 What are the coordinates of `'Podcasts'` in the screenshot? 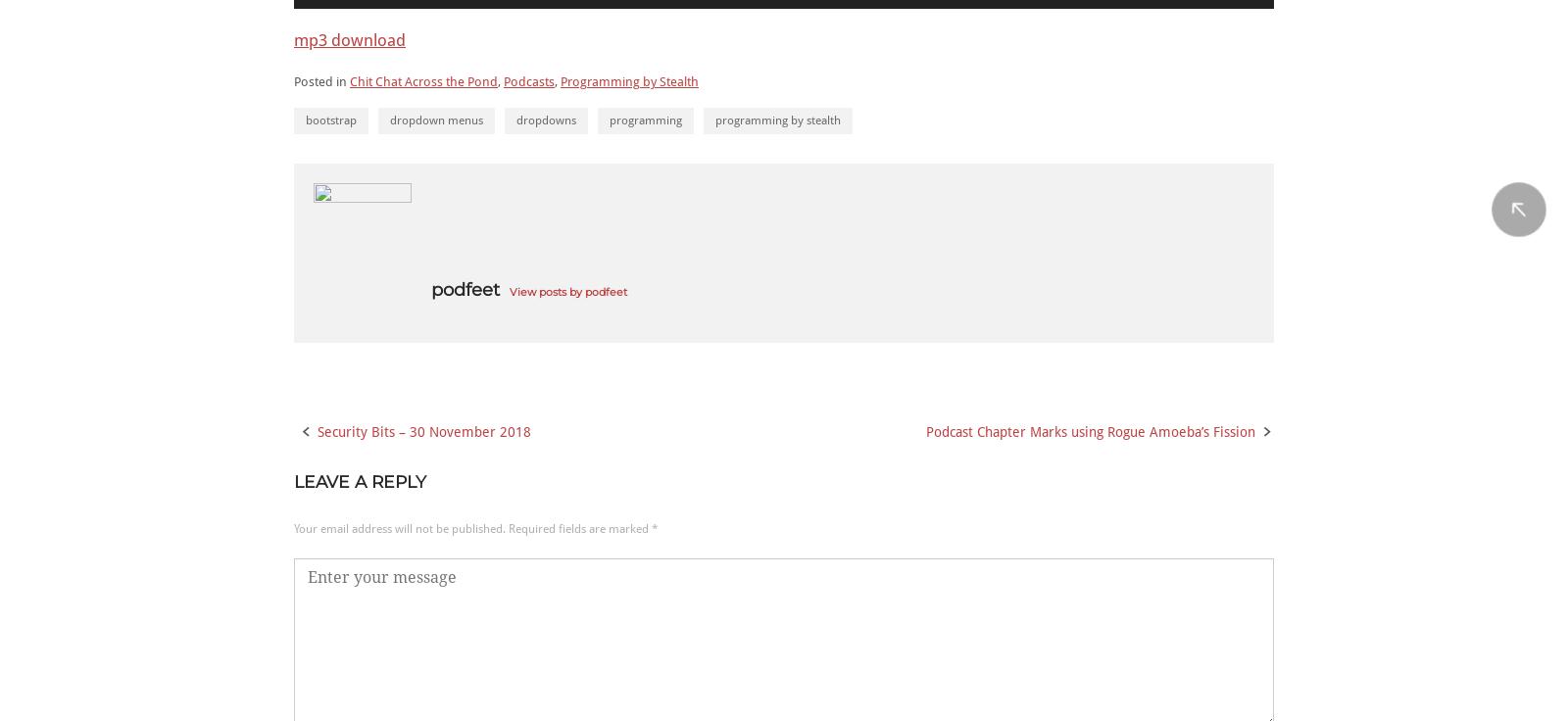 It's located at (528, 81).